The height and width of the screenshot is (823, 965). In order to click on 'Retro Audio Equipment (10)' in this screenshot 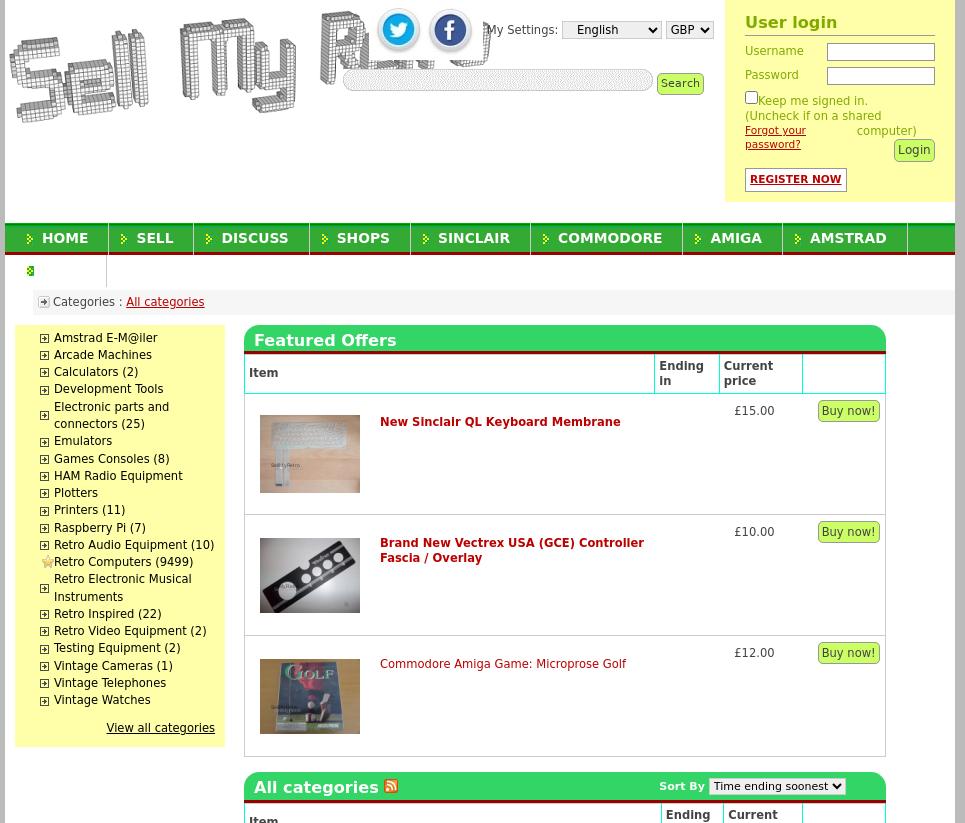, I will do `click(54, 543)`.